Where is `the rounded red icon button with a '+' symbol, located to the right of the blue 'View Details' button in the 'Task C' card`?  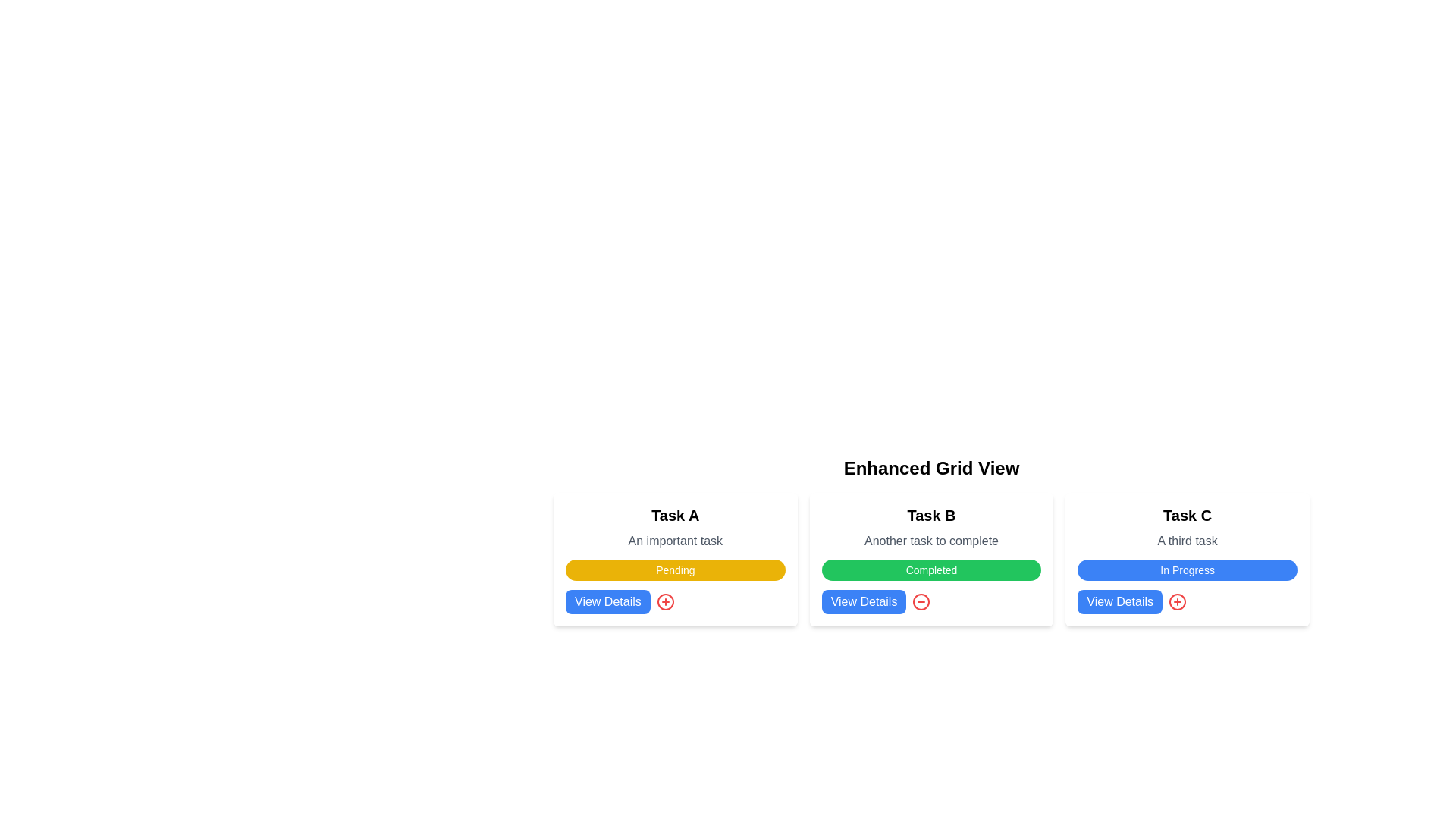 the rounded red icon button with a '+' symbol, located to the right of the blue 'View Details' button in the 'Task C' card is located at coordinates (1187, 601).